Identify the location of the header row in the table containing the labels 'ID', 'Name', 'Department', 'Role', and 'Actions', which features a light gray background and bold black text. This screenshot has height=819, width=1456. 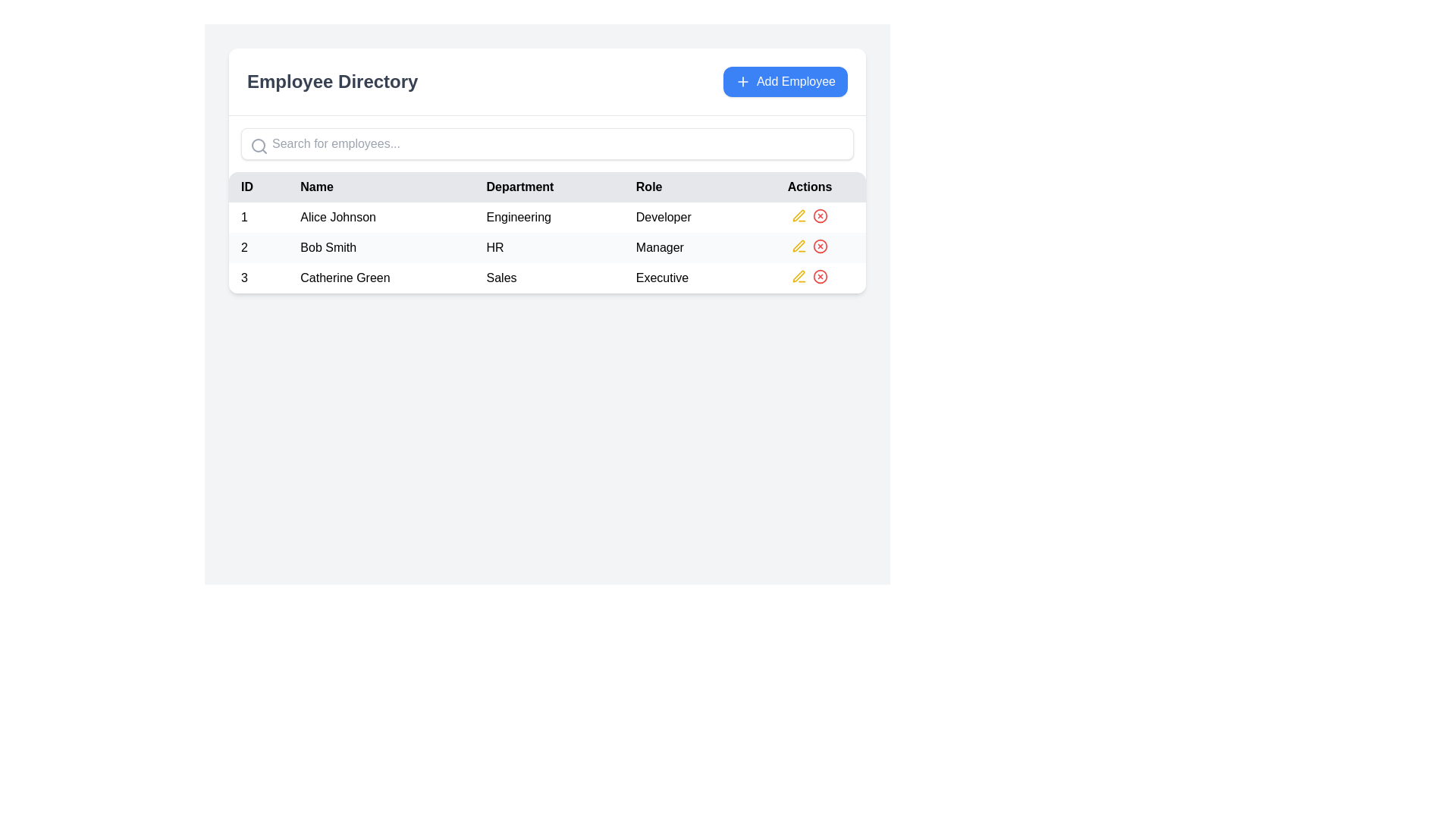
(546, 186).